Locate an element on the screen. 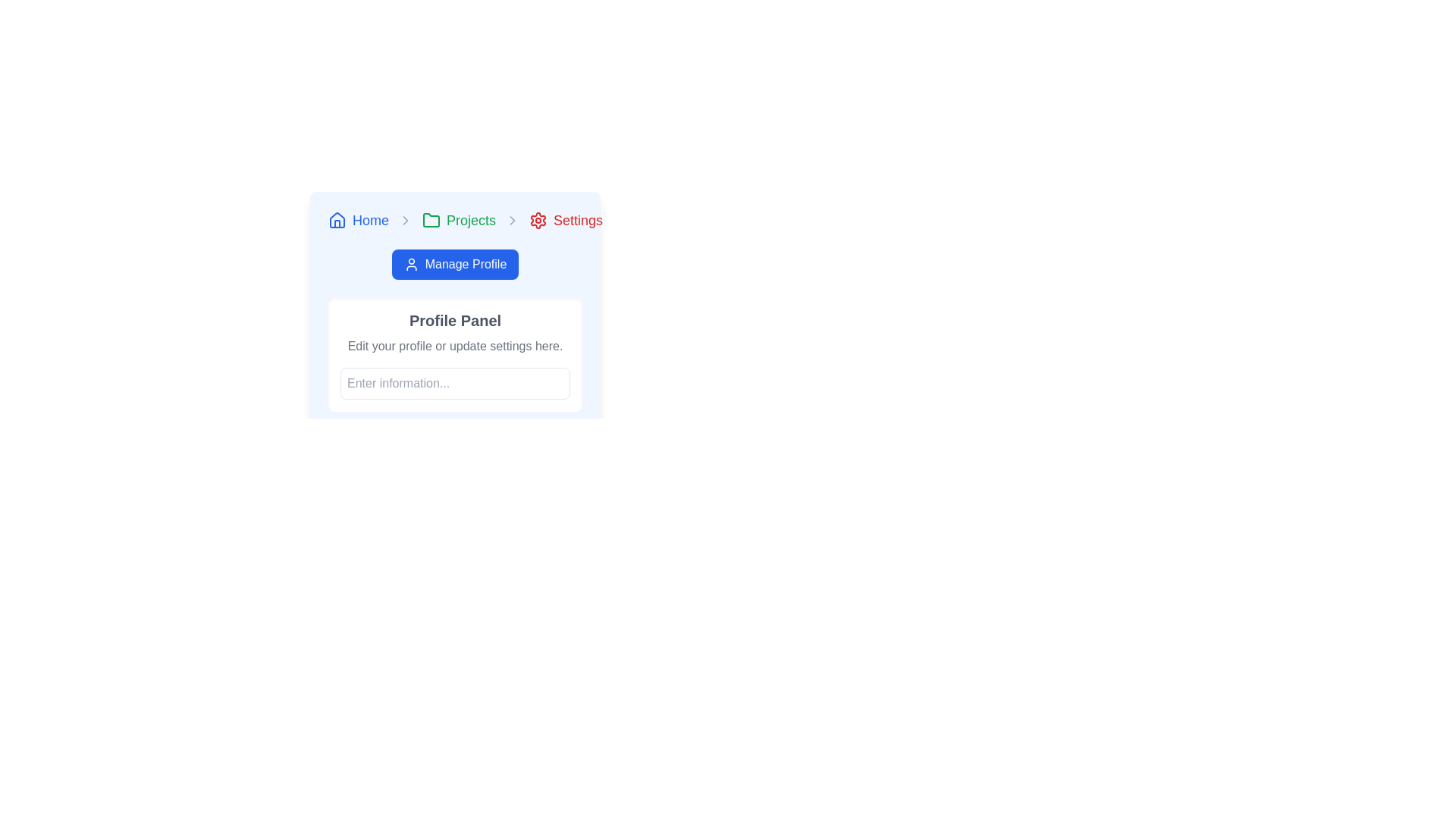 The width and height of the screenshot is (1456, 819). the second chevron icon in the breadcrumb navigation bar, which visually separates 'Projects' from 'Settings' is located at coordinates (513, 220).